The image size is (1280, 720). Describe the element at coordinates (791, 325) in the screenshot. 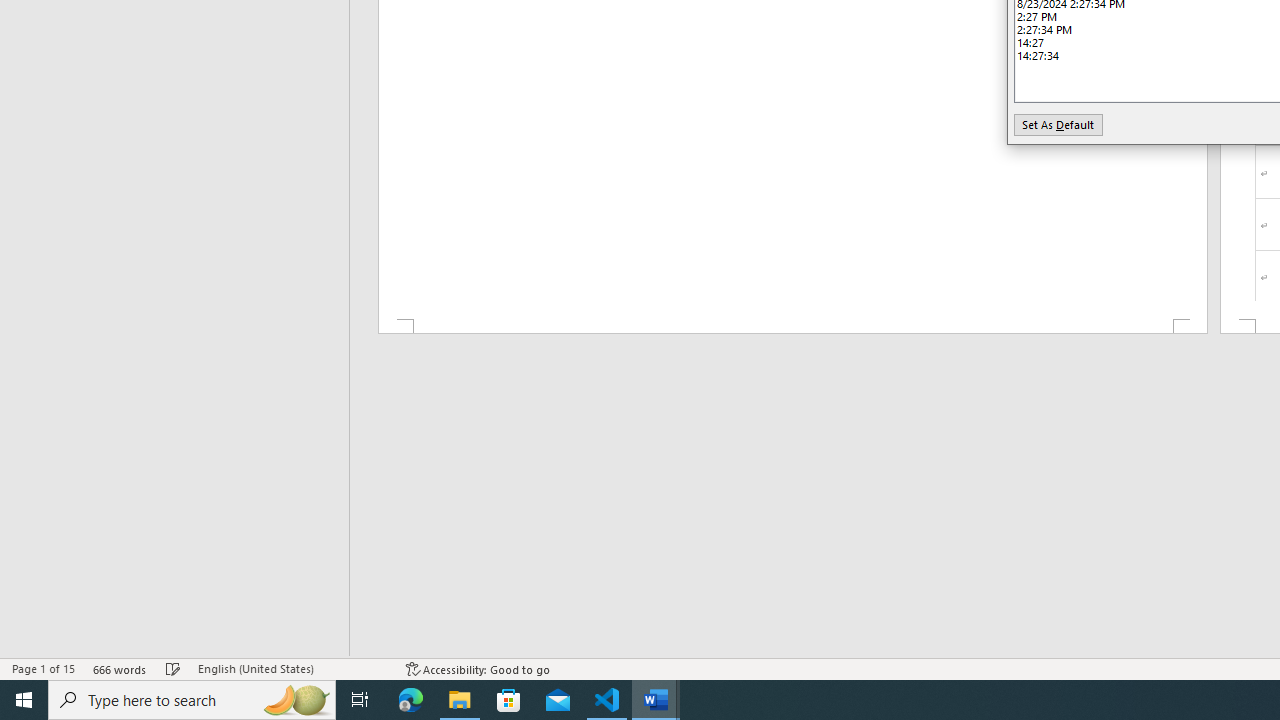

I see `'Footer -Section 1-'` at that location.